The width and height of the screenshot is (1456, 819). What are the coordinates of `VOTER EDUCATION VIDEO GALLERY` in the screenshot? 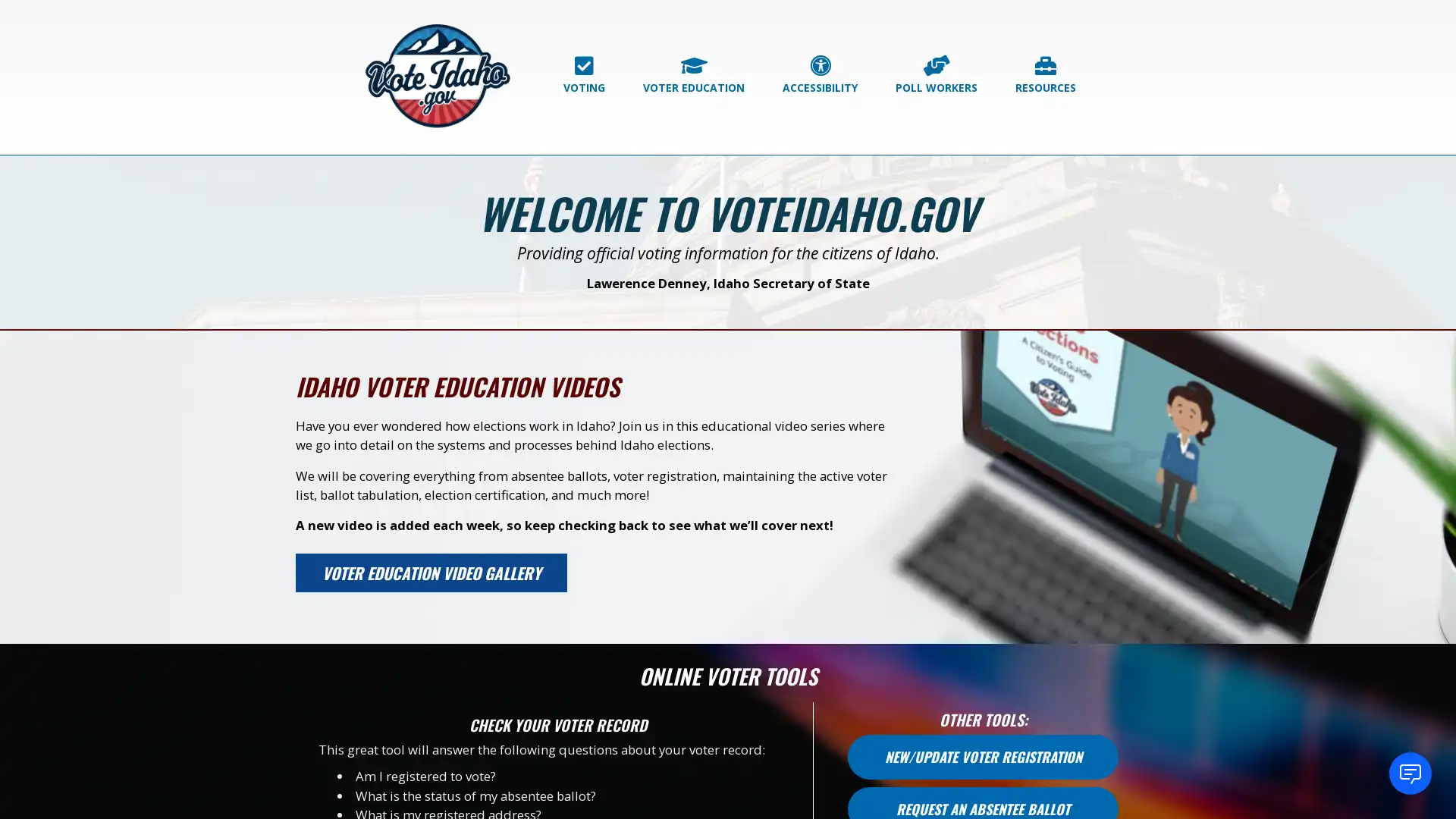 It's located at (431, 573).